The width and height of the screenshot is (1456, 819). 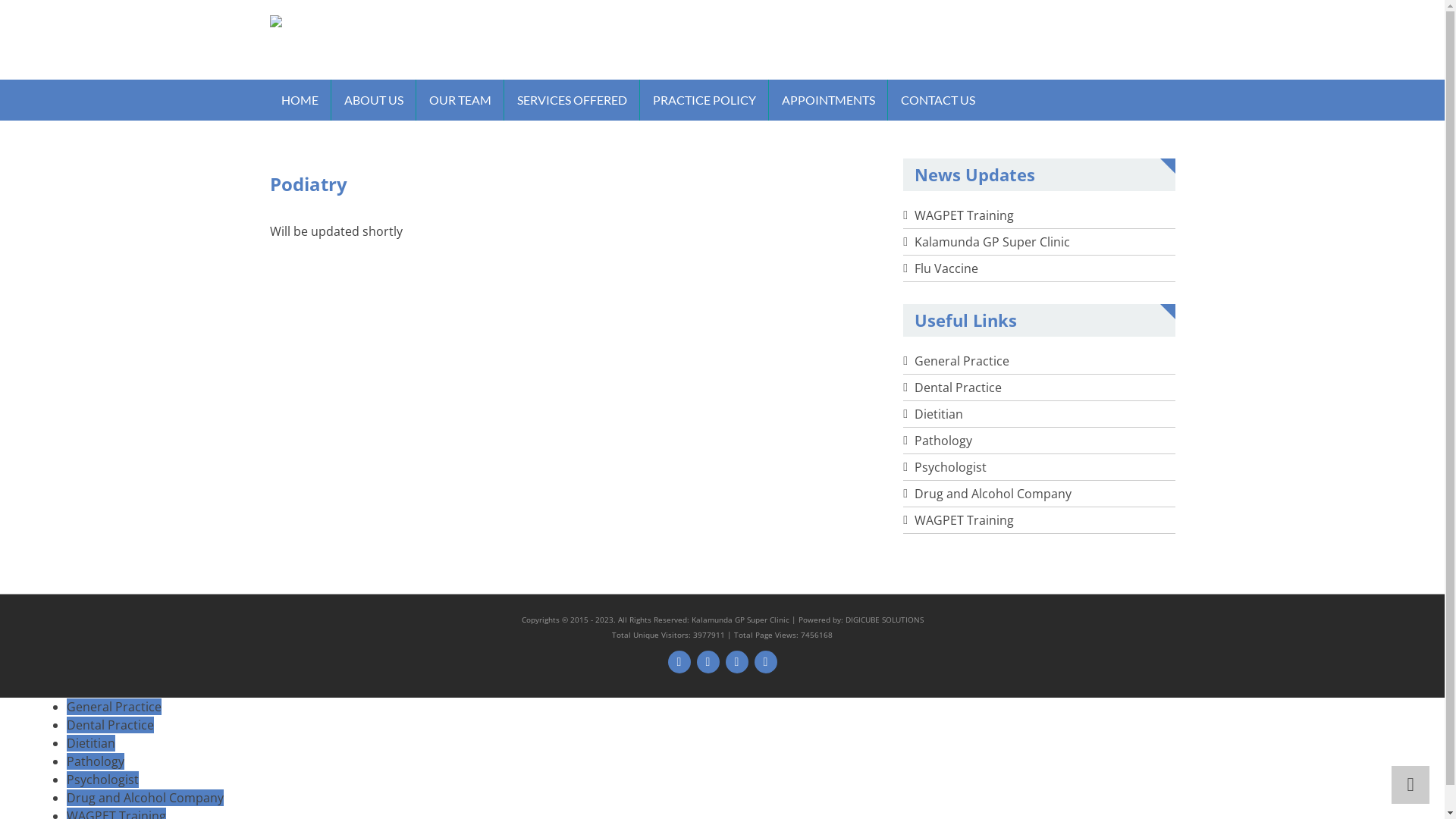 What do you see at coordinates (65, 724) in the screenshot?
I see `'Dental Practice'` at bounding box center [65, 724].